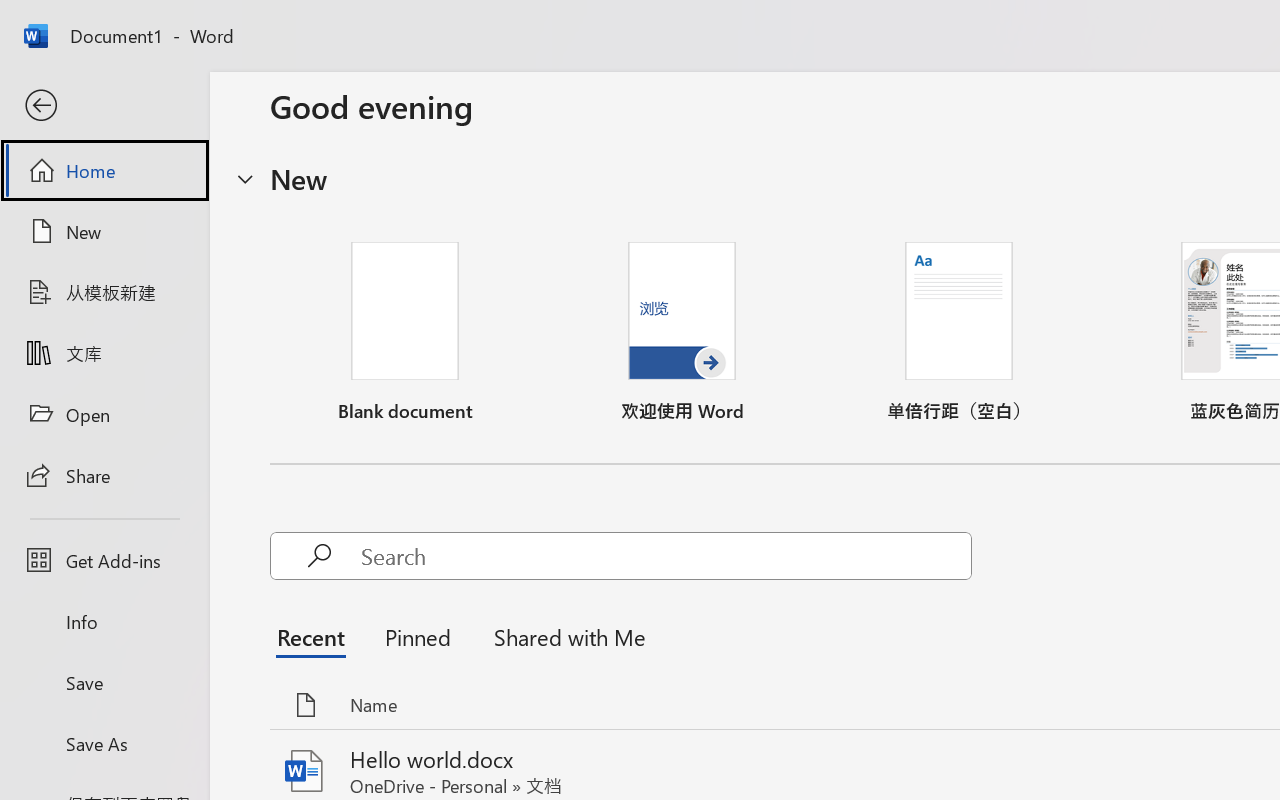  I want to click on 'Recent', so click(315, 635).